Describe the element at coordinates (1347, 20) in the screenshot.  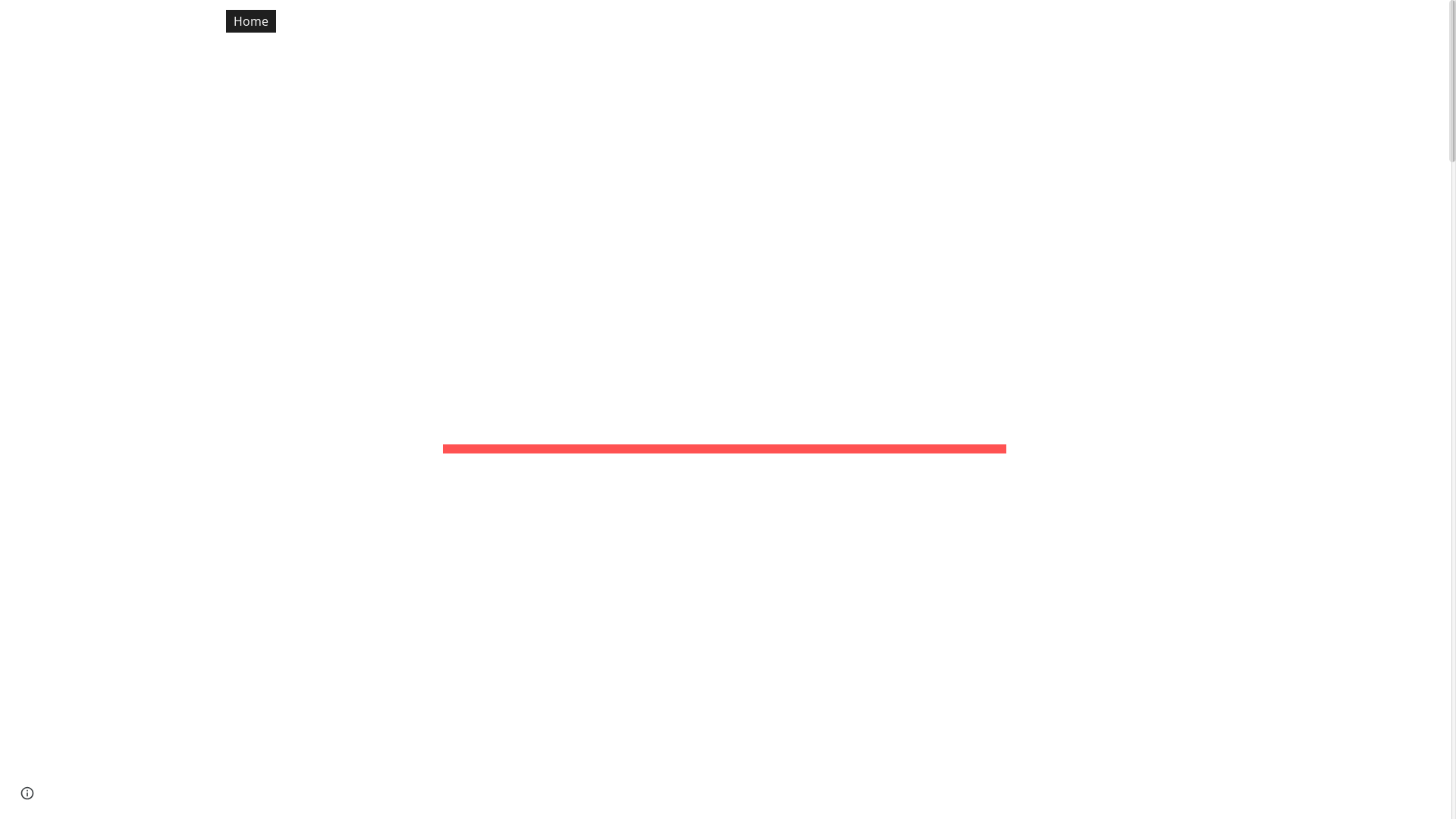
I see `'More'` at that location.